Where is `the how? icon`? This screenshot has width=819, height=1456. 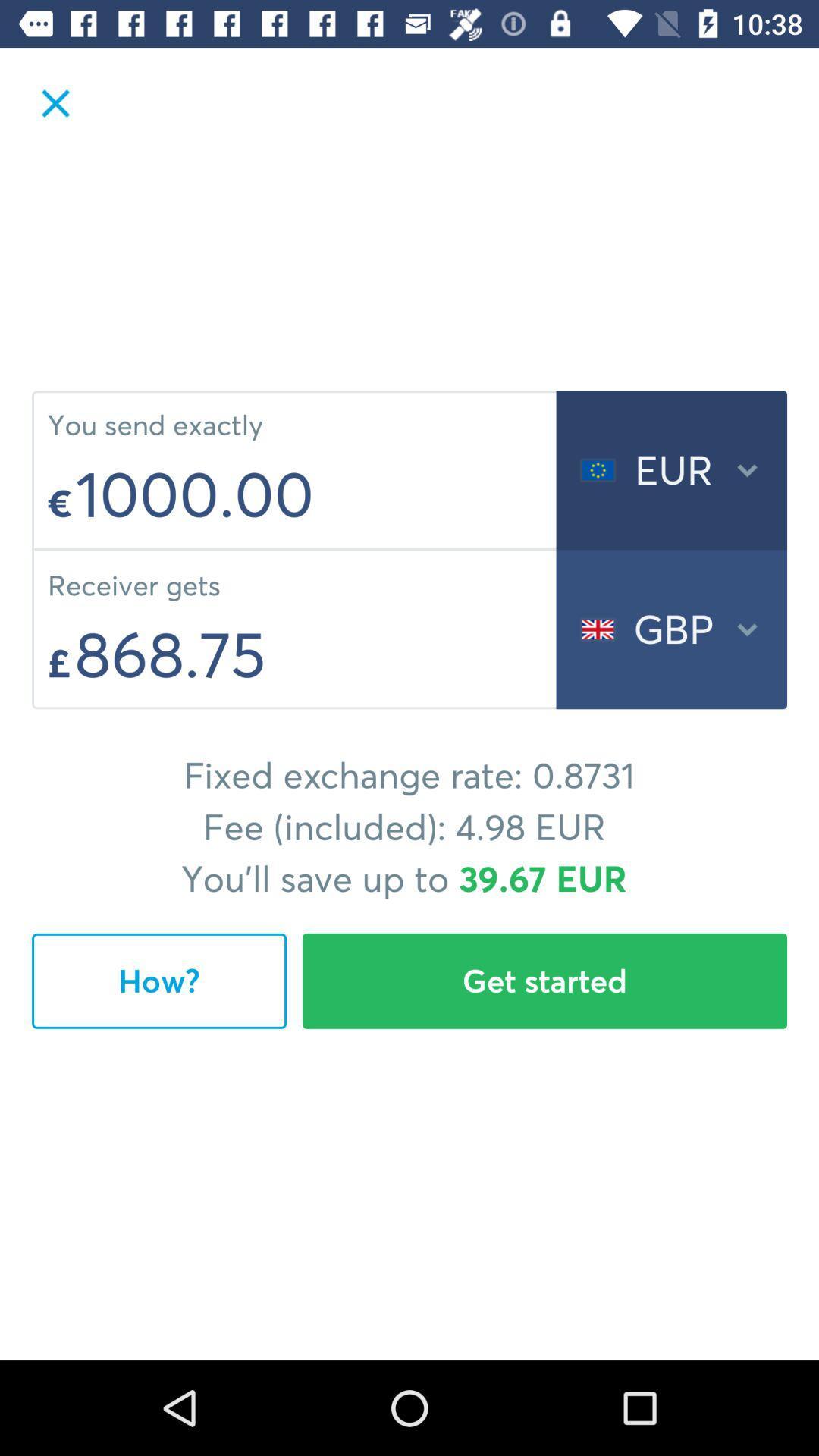
the how? icon is located at coordinates (158, 981).